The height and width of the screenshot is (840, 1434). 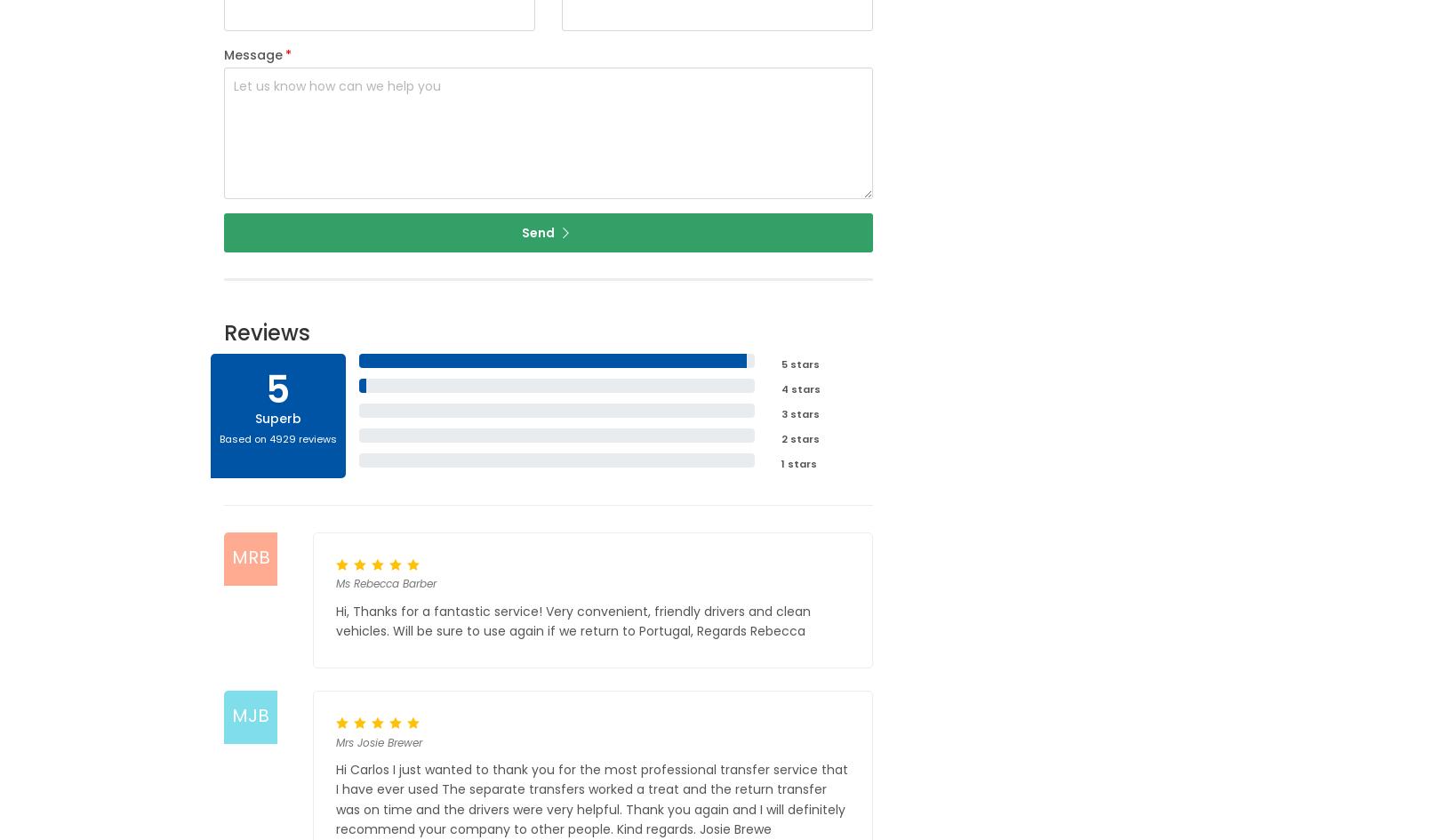 What do you see at coordinates (276, 418) in the screenshot?
I see `'Superb'` at bounding box center [276, 418].